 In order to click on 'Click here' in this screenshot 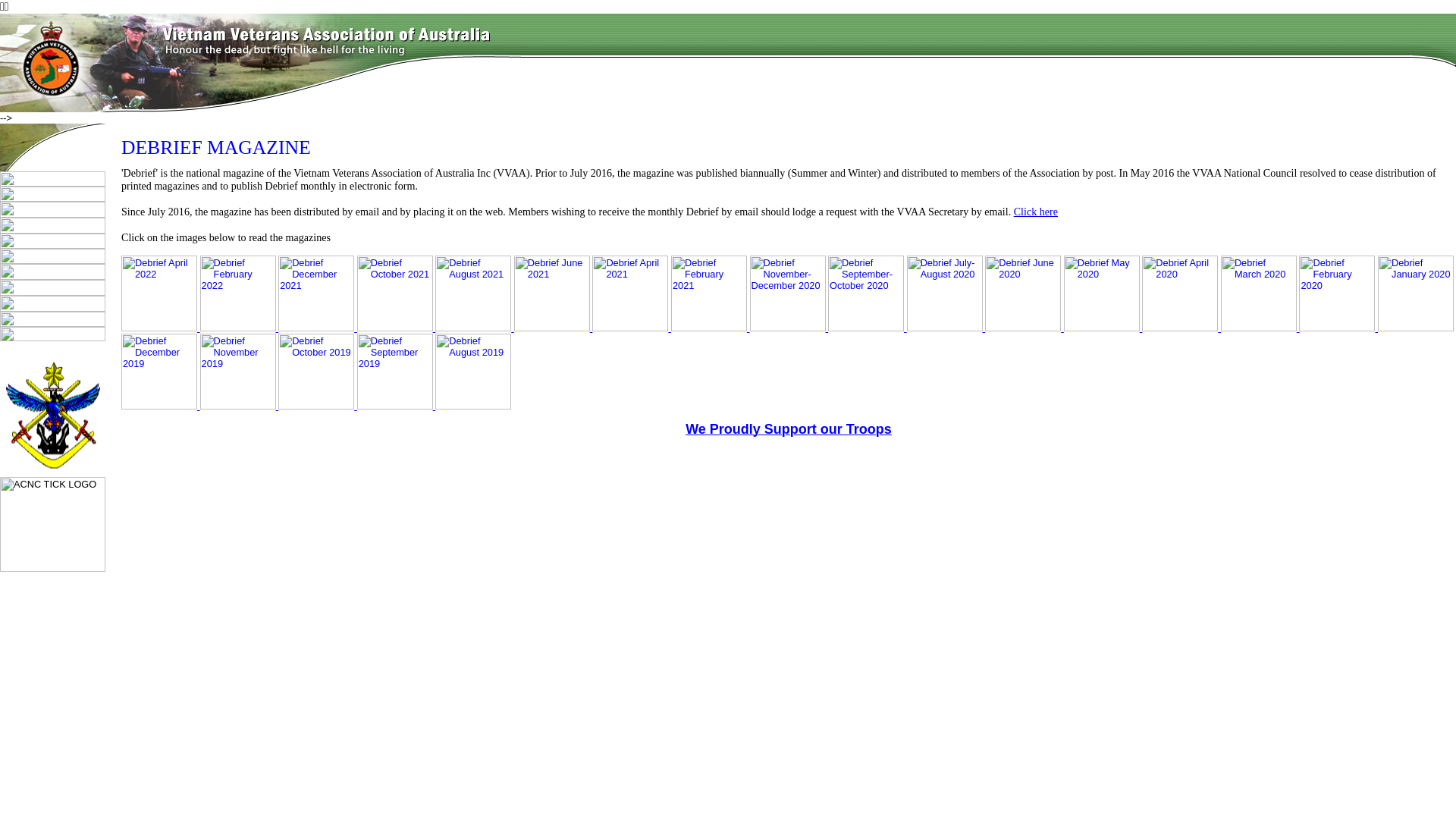, I will do `click(1035, 211)`.